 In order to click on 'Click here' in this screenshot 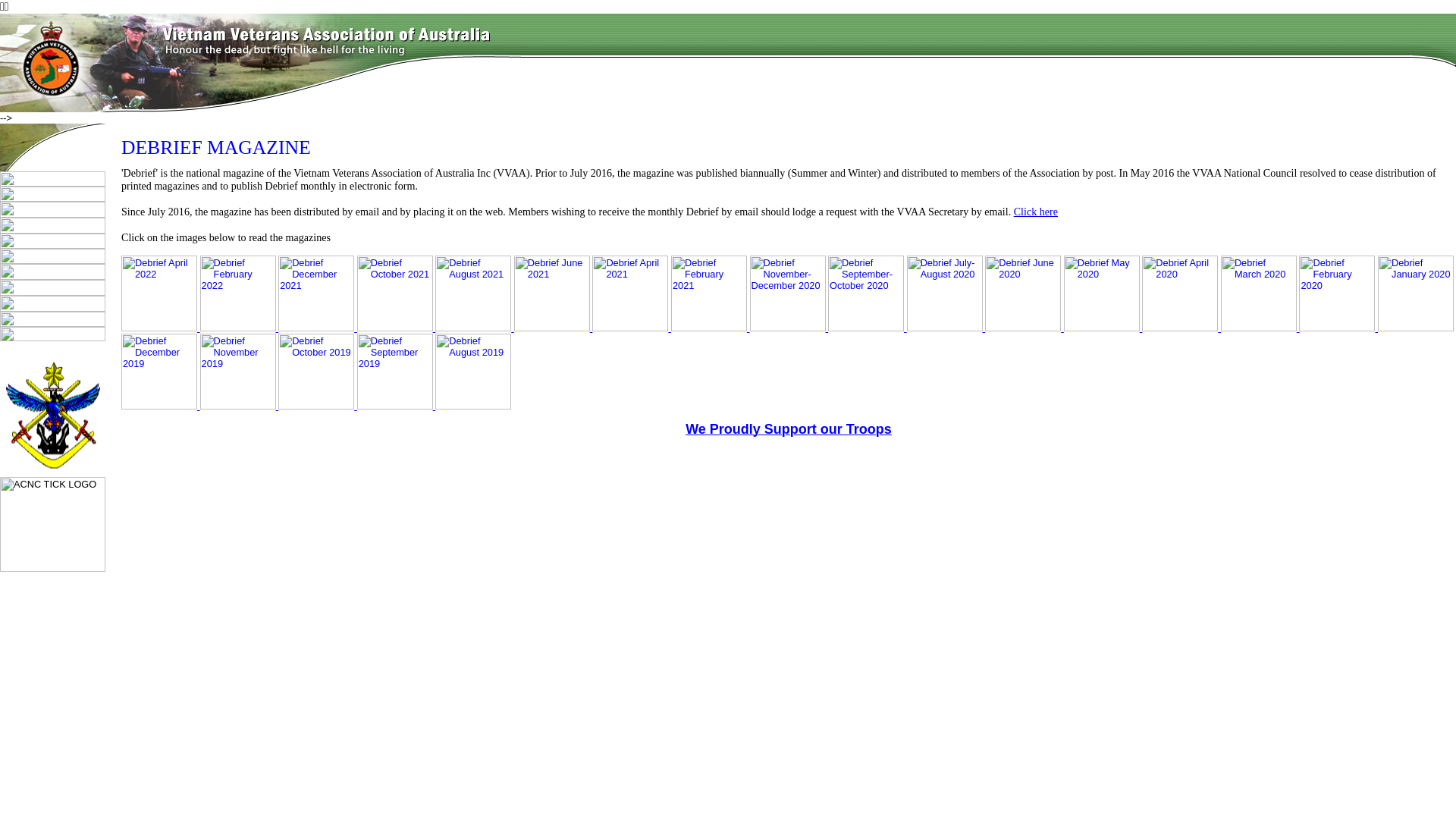, I will do `click(1035, 211)`.